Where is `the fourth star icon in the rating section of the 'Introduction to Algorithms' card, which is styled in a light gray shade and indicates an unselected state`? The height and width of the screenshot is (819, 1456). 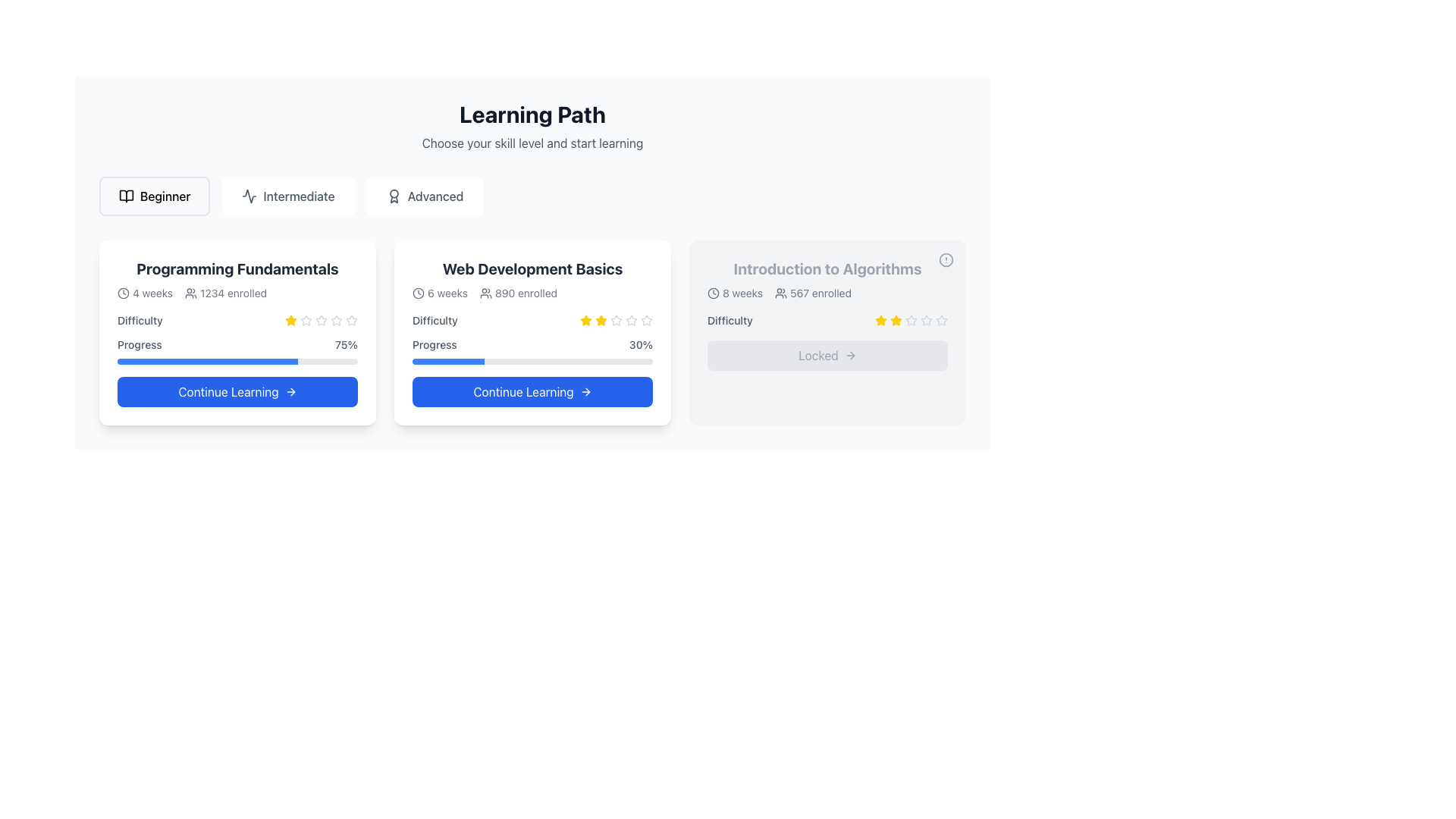 the fourth star icon in the rating section of the 'Introduction to Algorithms' card, which is styled in a light gray shade and indicates an unselected state is located at coordinates (910, 319).